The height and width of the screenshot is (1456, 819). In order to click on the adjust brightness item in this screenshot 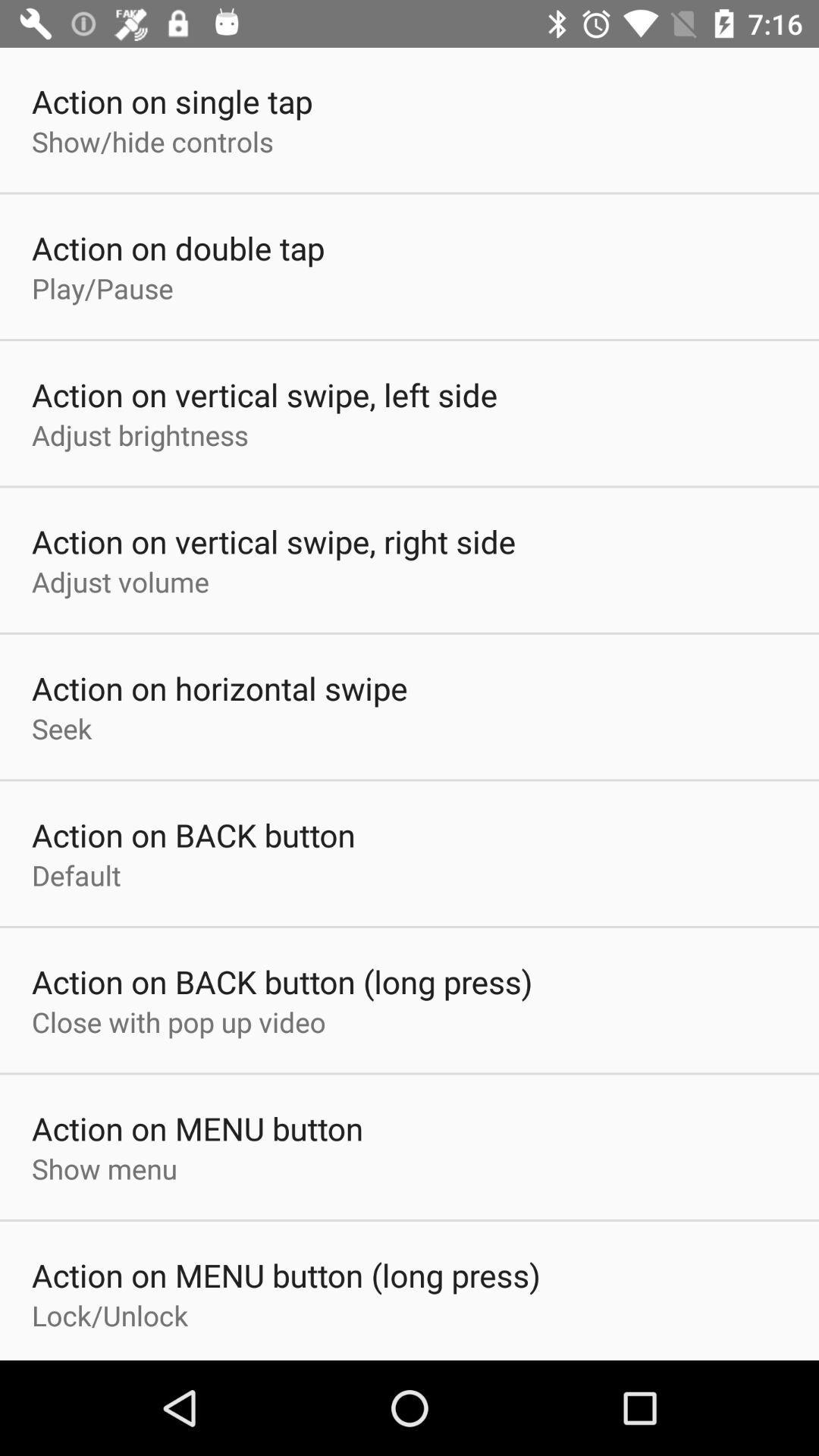, I will do `click(140, 434)`.